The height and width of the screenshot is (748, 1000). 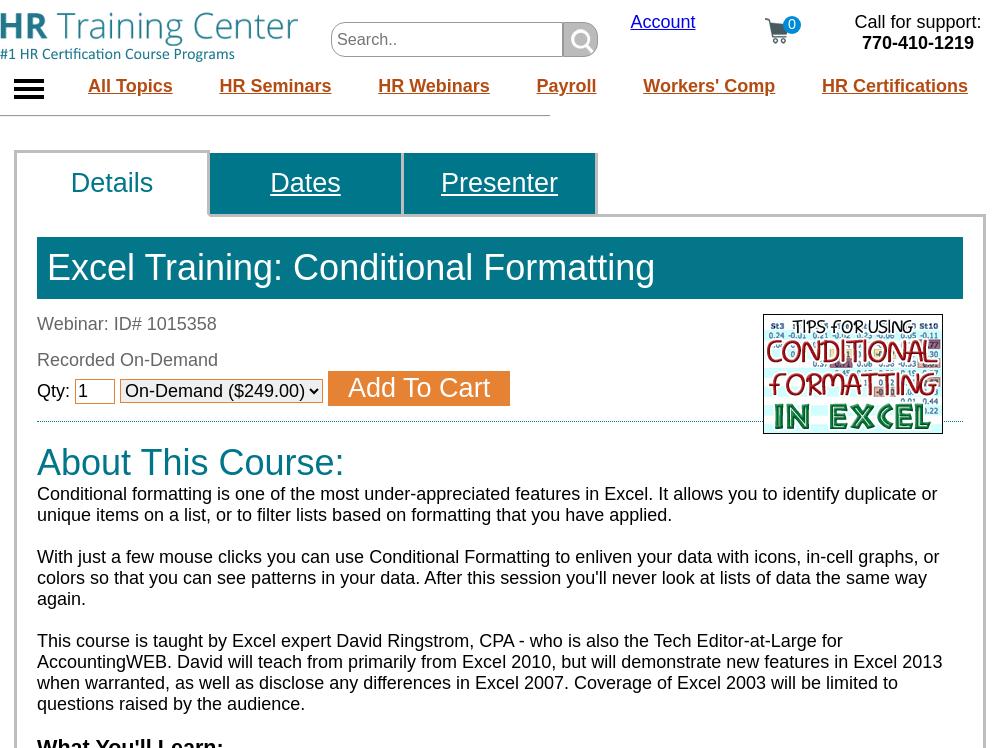 I want to click on 'All Topics', so click(x=130, y=83).